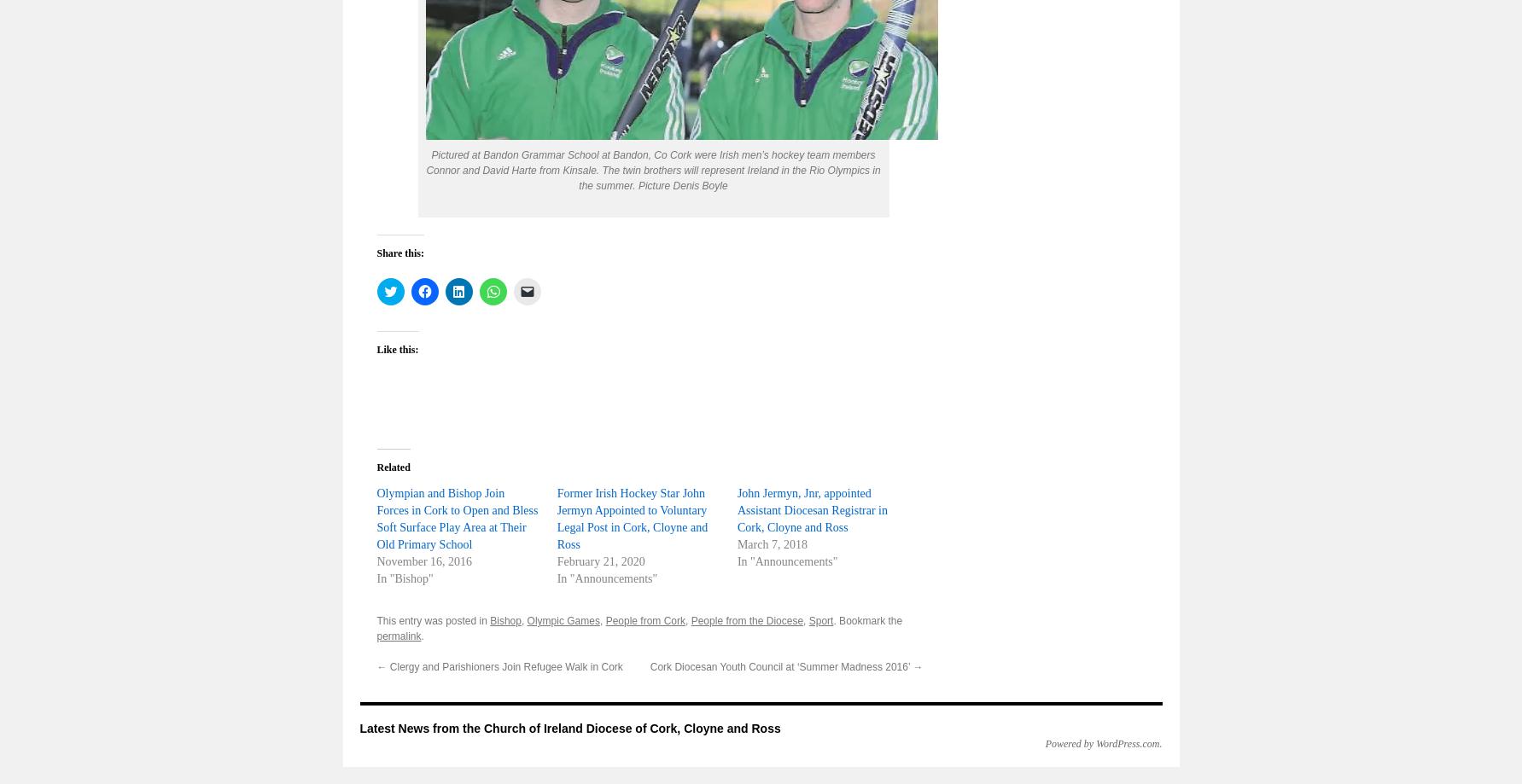  Describe the element at coordinates (425, 170) in the screenshot. I see `'Pictured at Bandon Grammar School at Bandon, Co Cork were Irish men’s hockey team members Connor and David Harte from Kinsale. The twin brothers will represent Ireland in the Rio Olympics in the summer. Picture Denis Boyle'` at that location.